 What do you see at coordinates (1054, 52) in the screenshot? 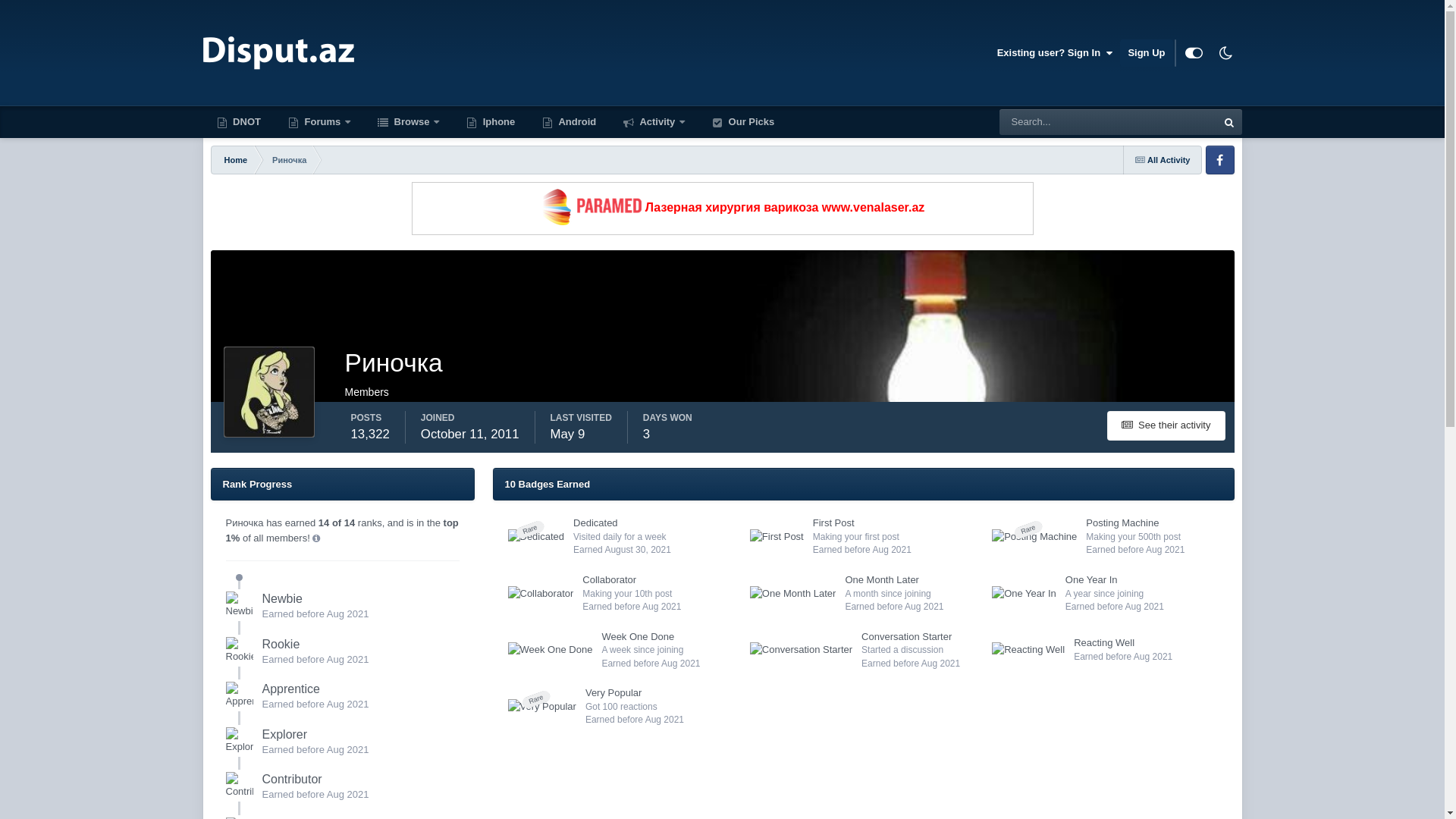
I see `'Existing user? Sign In  '` at bounding box center [1054, 52].